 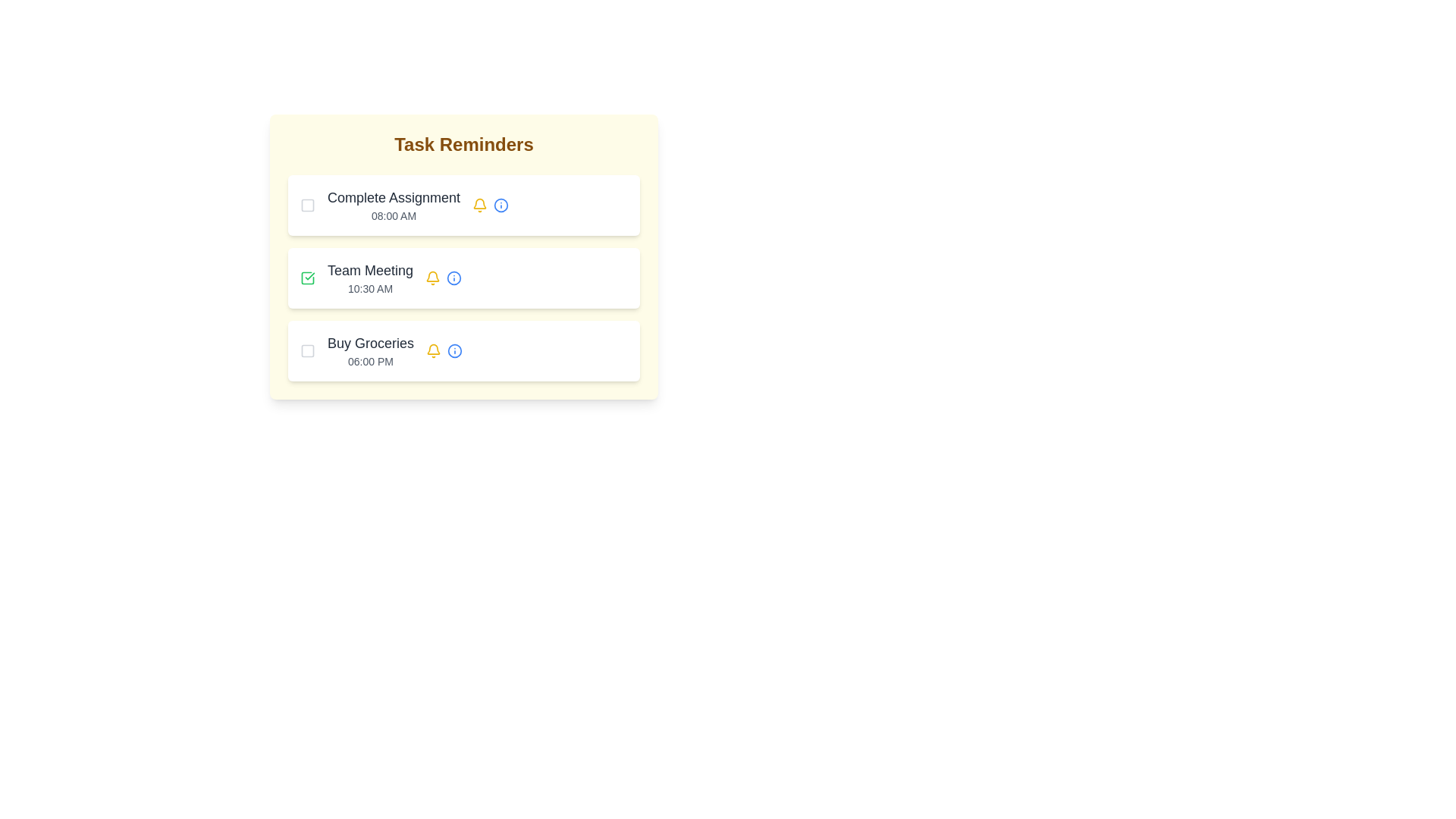 I want to click on the 'Complete Assignment' text label, which is bold and dark gray, located in the top task card of the task reminder interface, so click(x=394, y=197).